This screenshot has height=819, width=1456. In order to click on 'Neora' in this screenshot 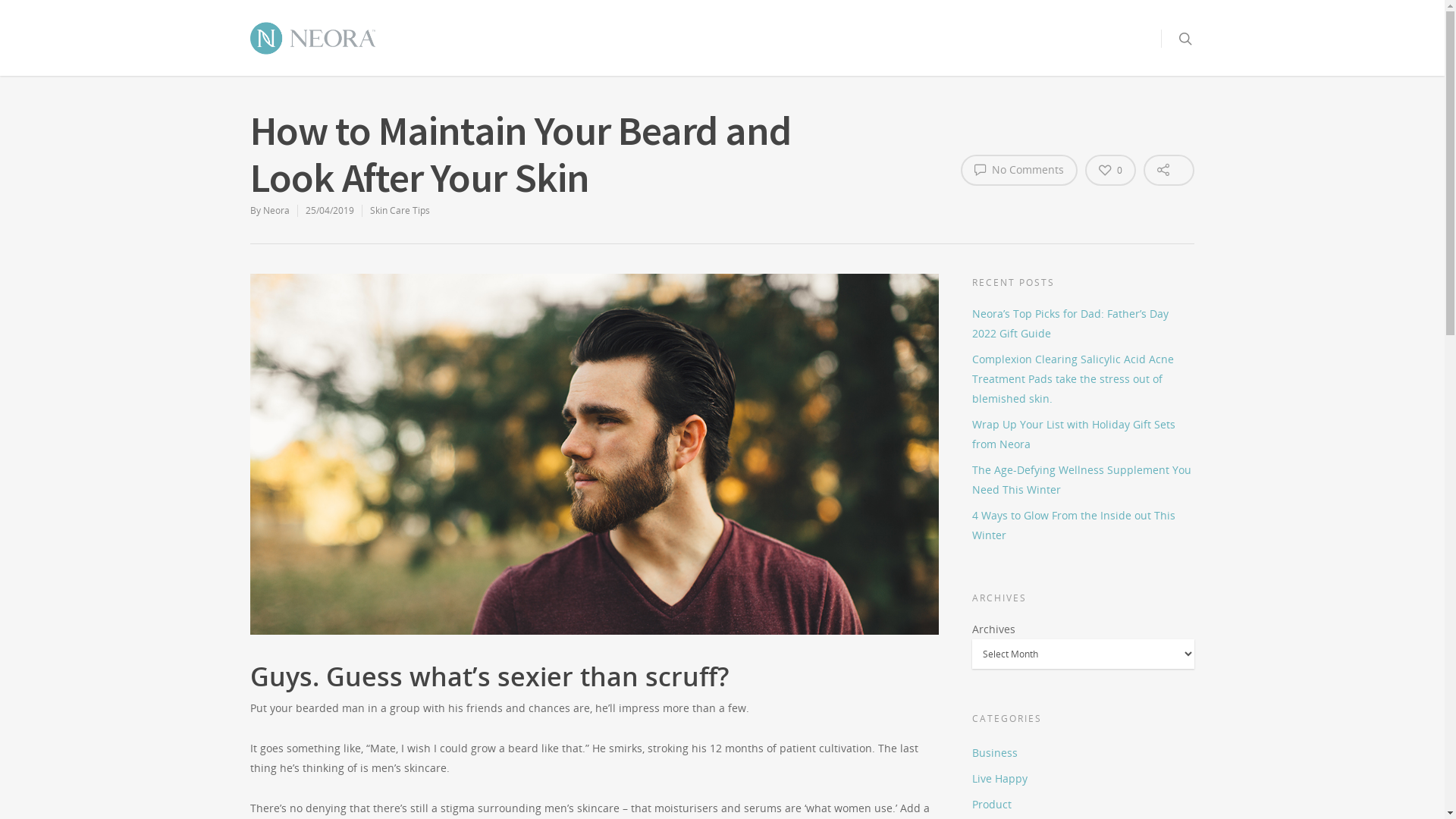, I will do `click(276, 210)`.